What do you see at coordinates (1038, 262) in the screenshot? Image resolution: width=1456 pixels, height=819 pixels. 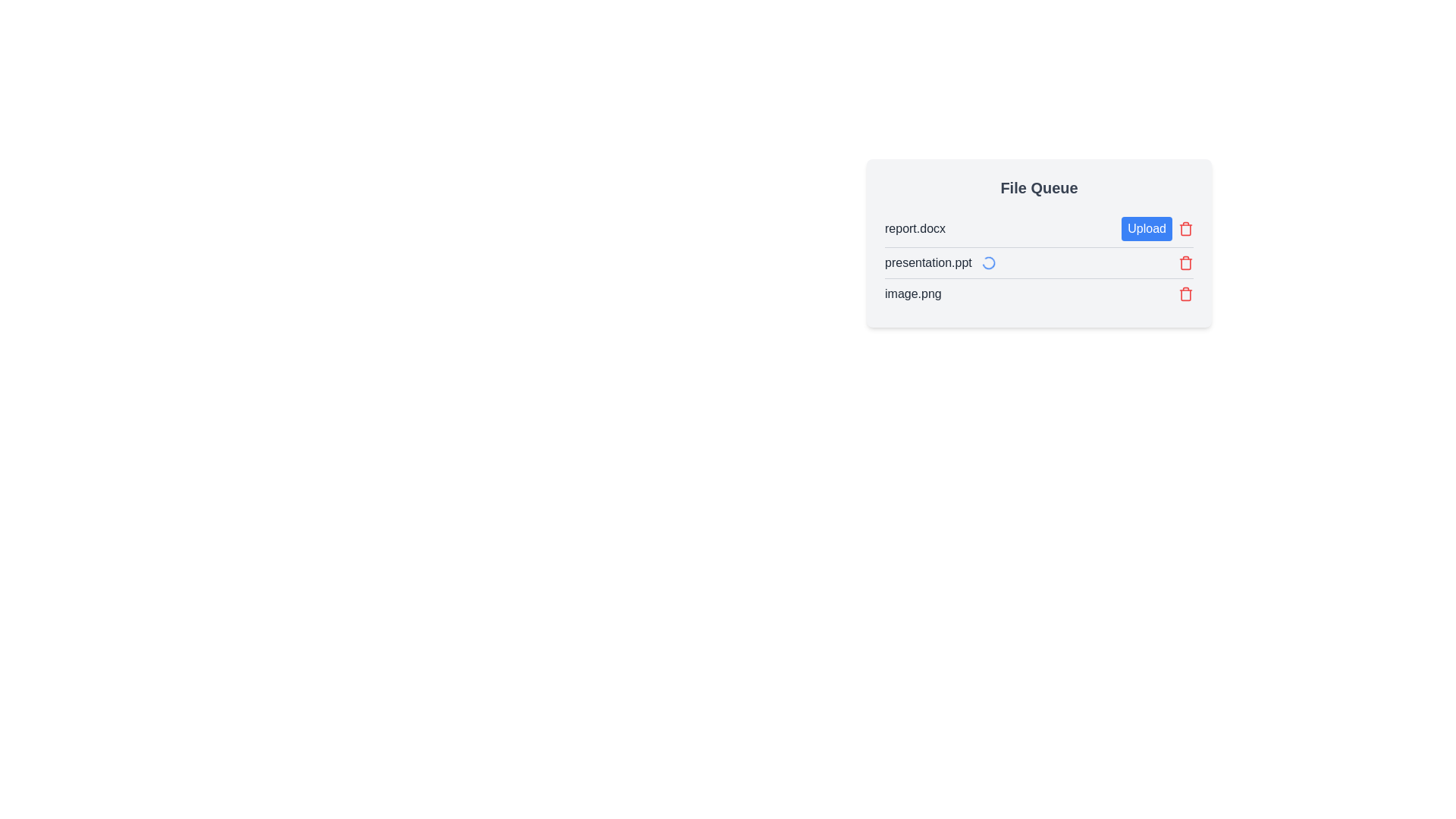 I see `the file name 'presentation.ppt' in the second row of the file list` at bounding box center [1038, 262].